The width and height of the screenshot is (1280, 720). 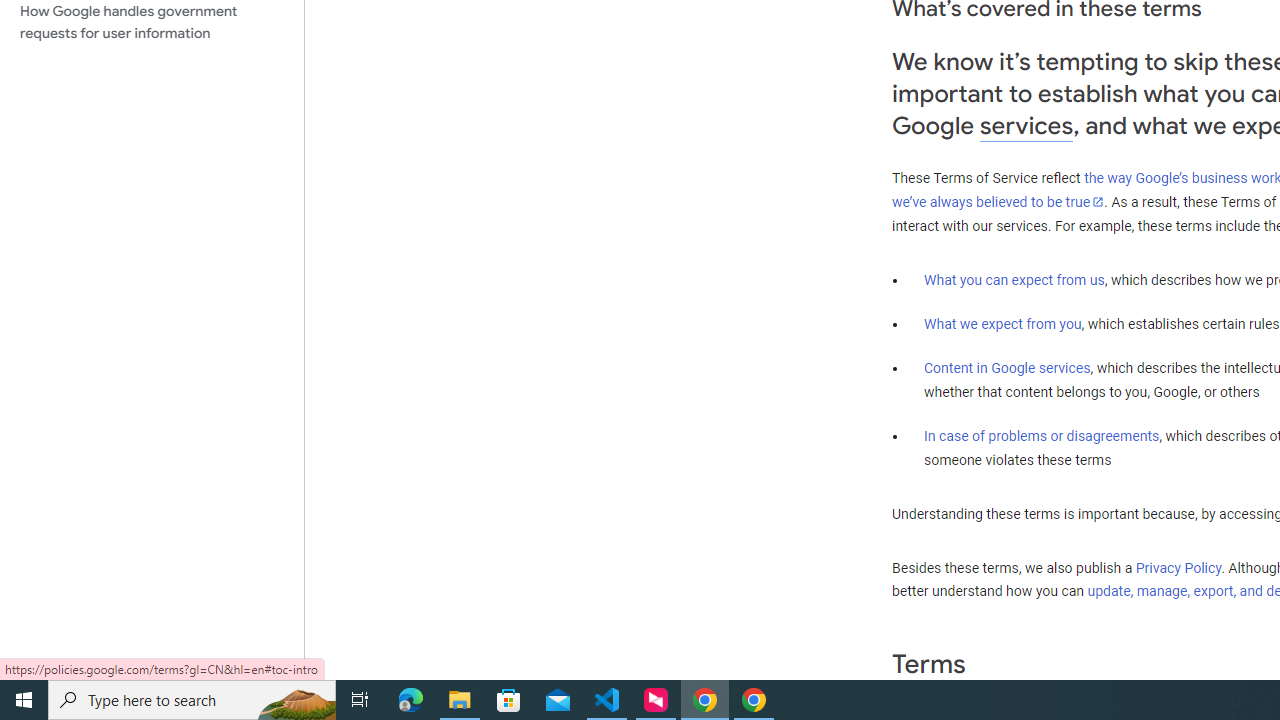 What do you see at coordinates (1002, 323) in the screenshot?
I see `'What we expect from you'` at bounding box center [1002, 323].